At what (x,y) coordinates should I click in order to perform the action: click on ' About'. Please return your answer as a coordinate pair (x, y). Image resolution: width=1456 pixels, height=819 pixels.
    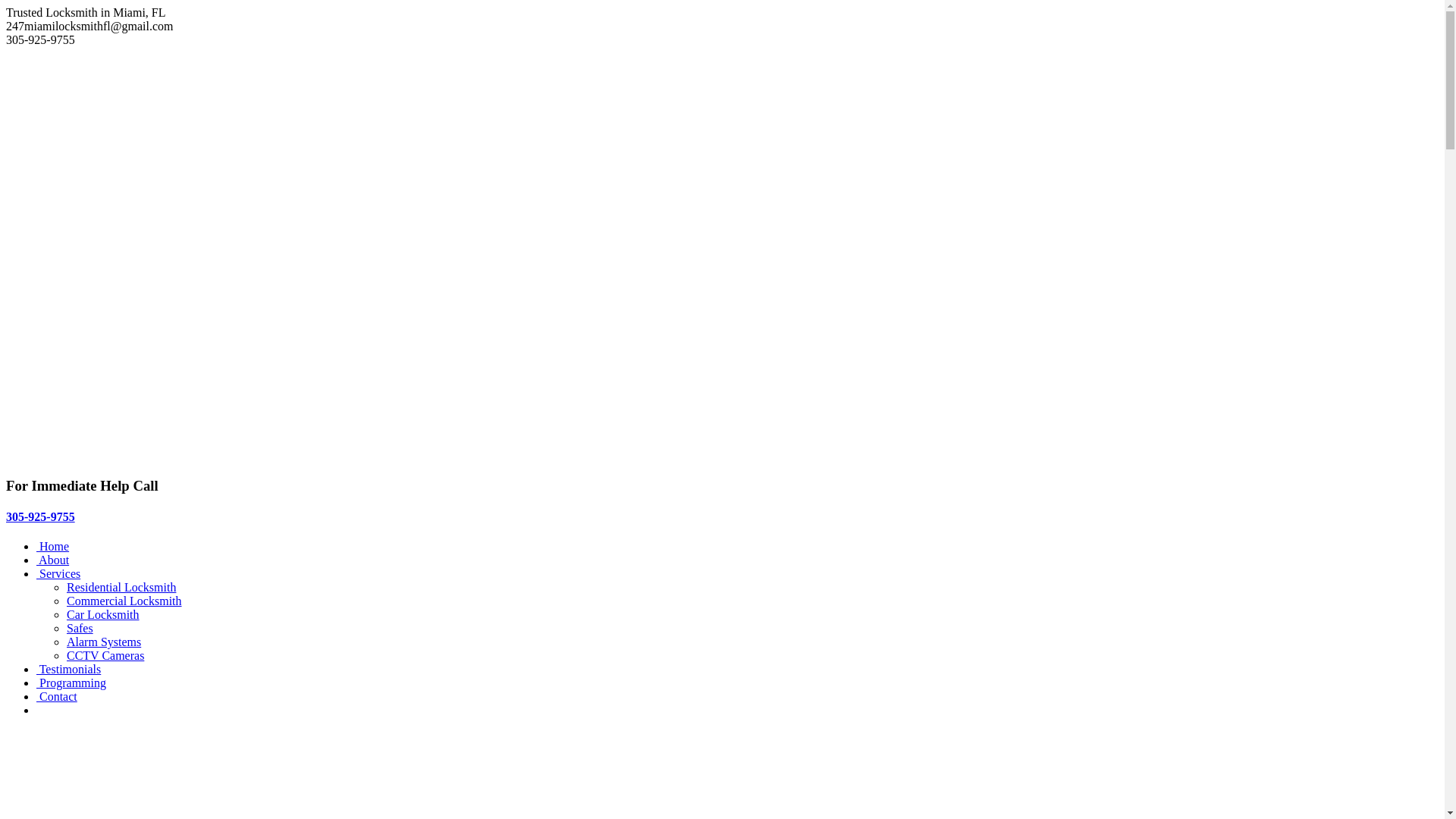
    Looking at the image, I should click on (52, 560).